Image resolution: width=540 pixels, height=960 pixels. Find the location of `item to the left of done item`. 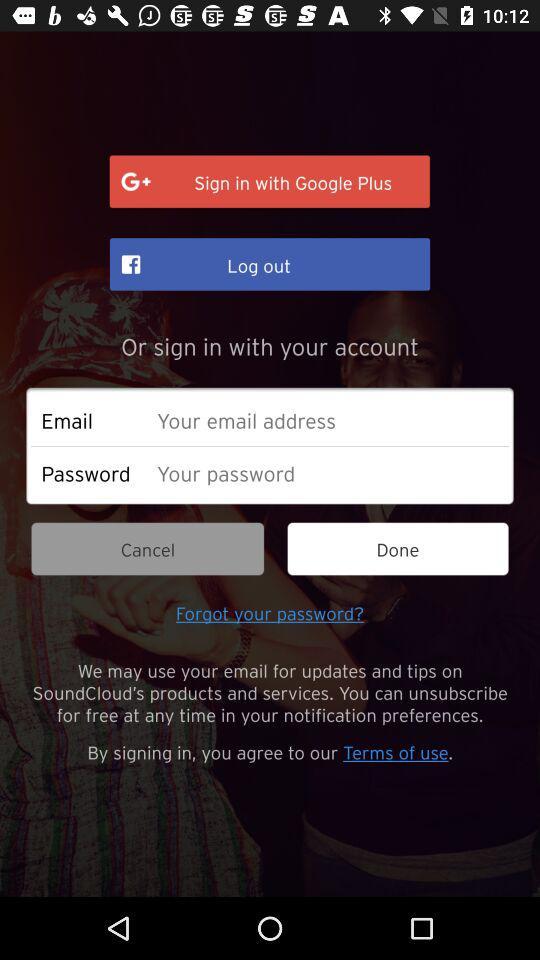

item to the left of done item is located at coordinates (146, 549).